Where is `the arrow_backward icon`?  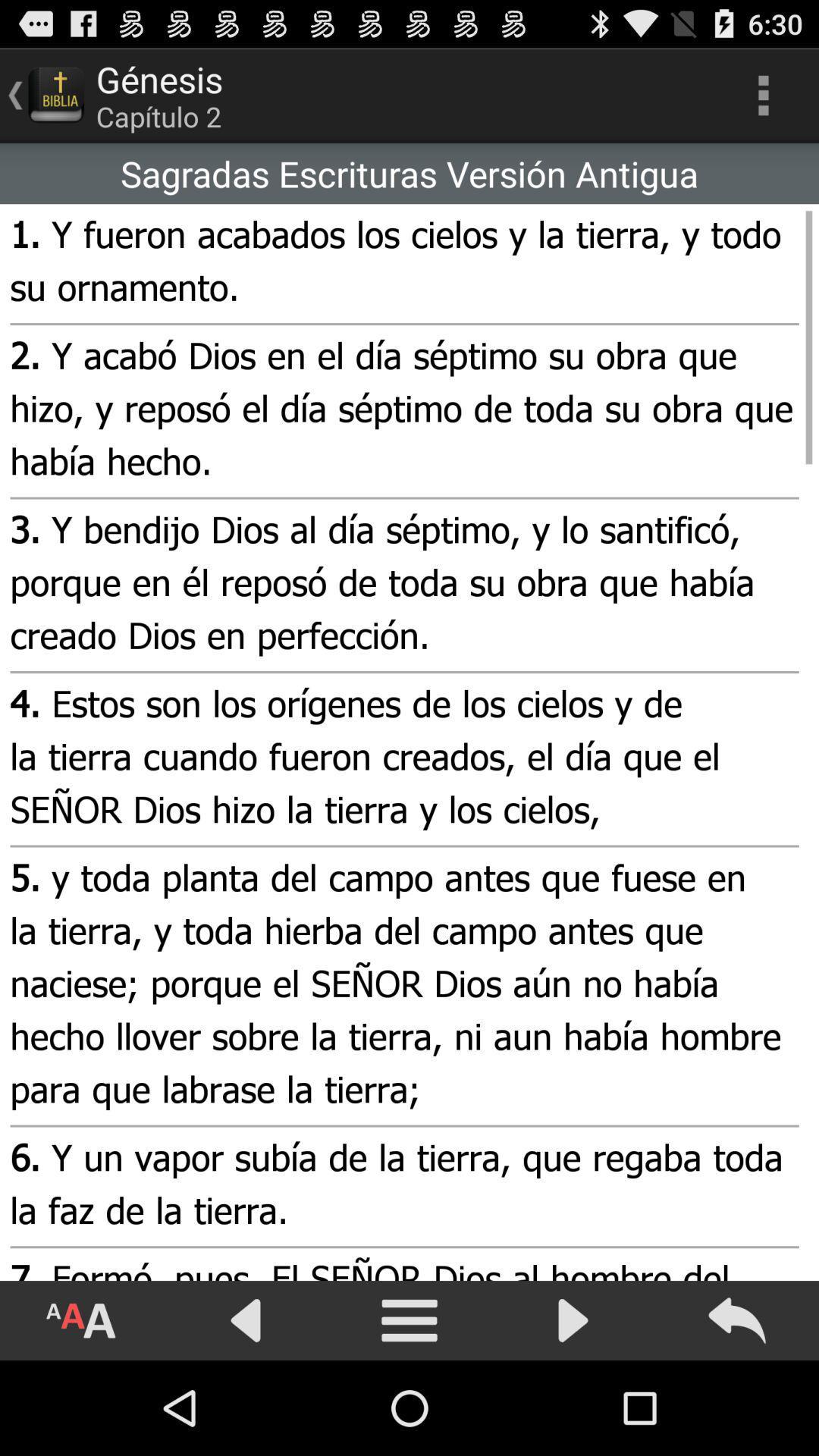
the arrow_backward icon is located at coordinates (245, 1412).